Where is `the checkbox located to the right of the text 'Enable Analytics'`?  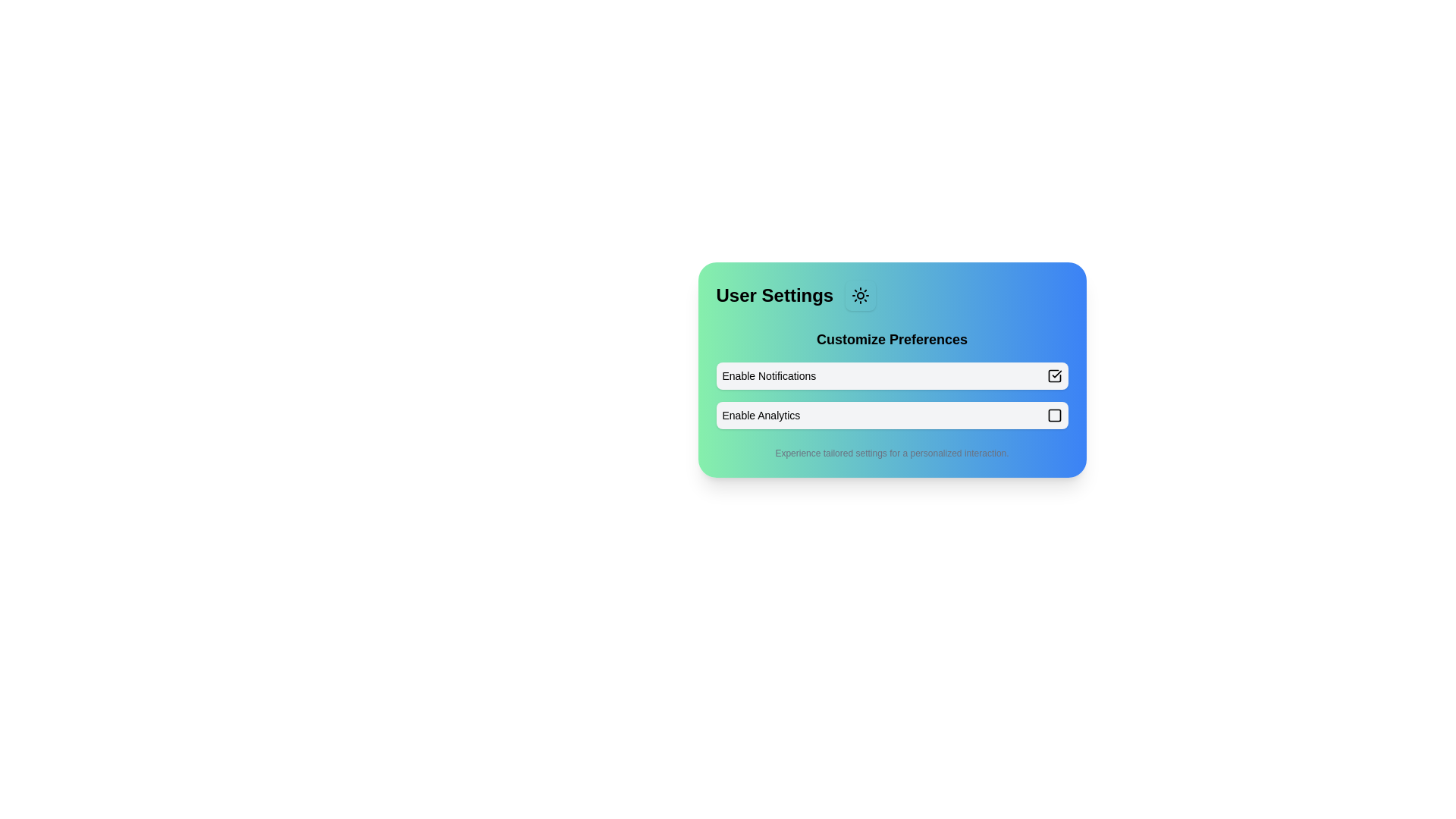
the checkbox located to the right of the text 'Enable Analytics' is located at coordinates (1053, 415).